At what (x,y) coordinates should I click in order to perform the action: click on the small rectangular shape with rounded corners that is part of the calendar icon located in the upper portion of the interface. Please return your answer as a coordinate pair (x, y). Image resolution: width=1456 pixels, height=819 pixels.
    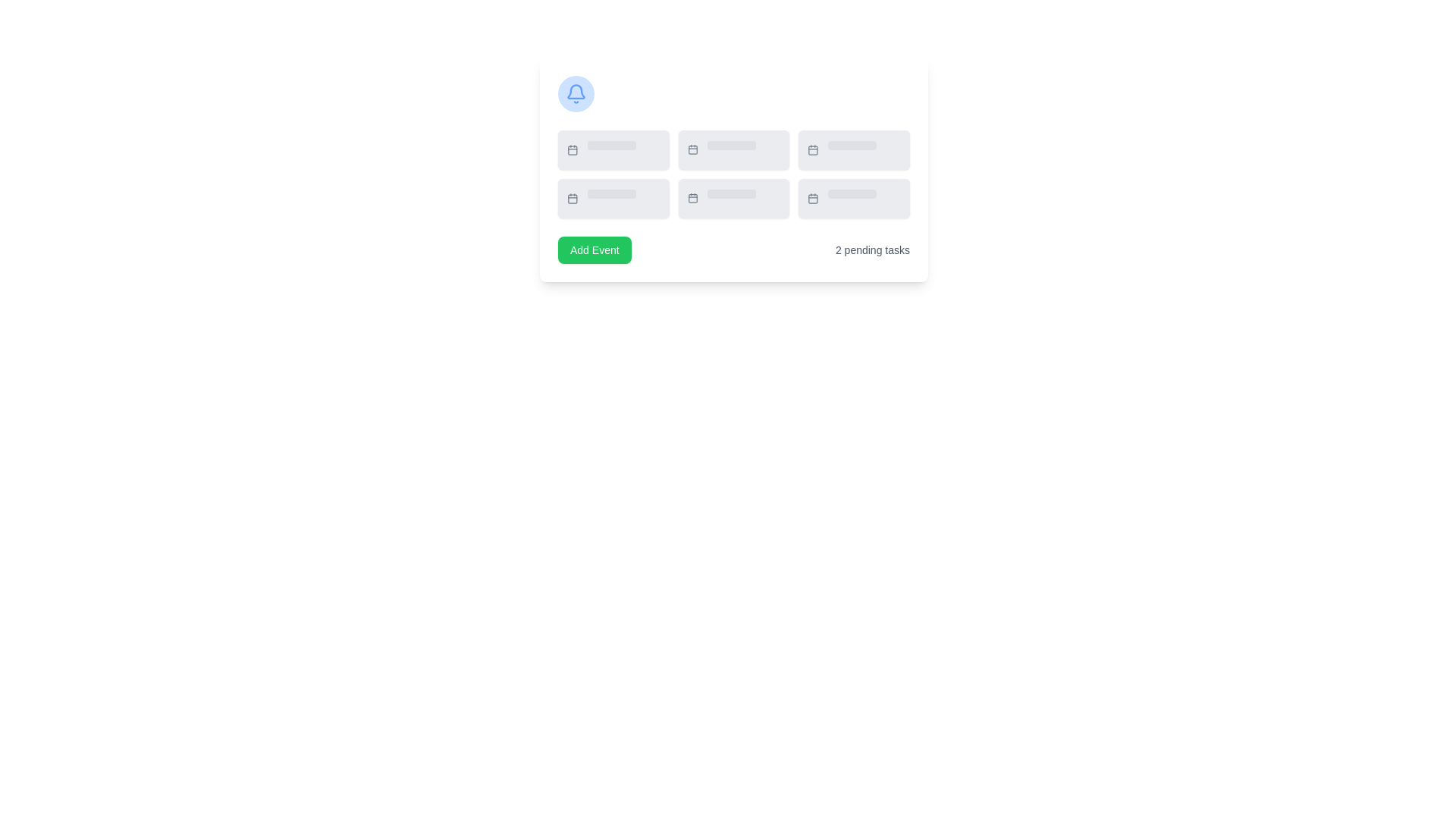
    Looking at the image, I should click on (572, 150).